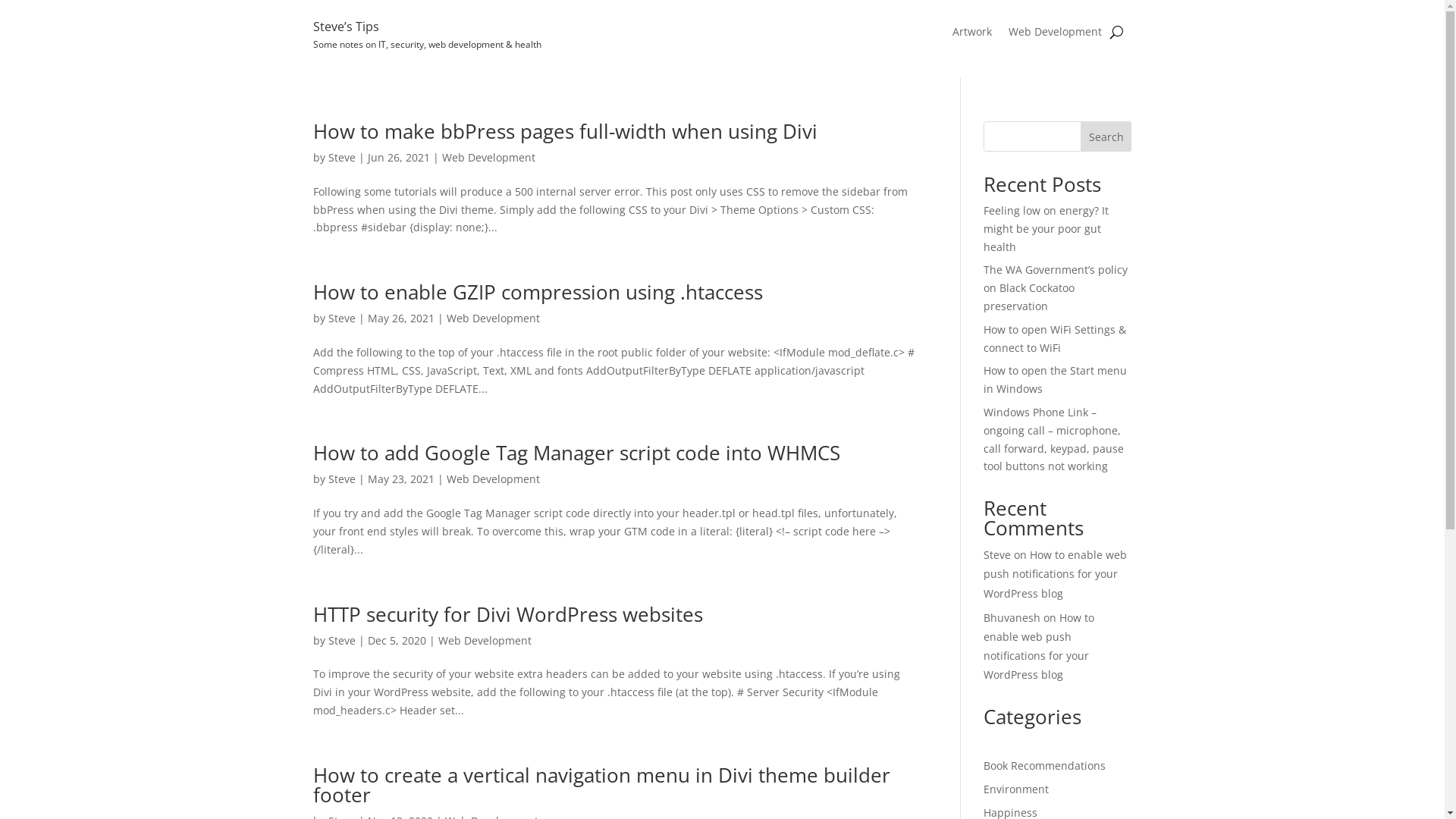 The height and width of the screenshot is (819, 1456). I want to click on 'Bhuvanesh', so click(1012, 617).